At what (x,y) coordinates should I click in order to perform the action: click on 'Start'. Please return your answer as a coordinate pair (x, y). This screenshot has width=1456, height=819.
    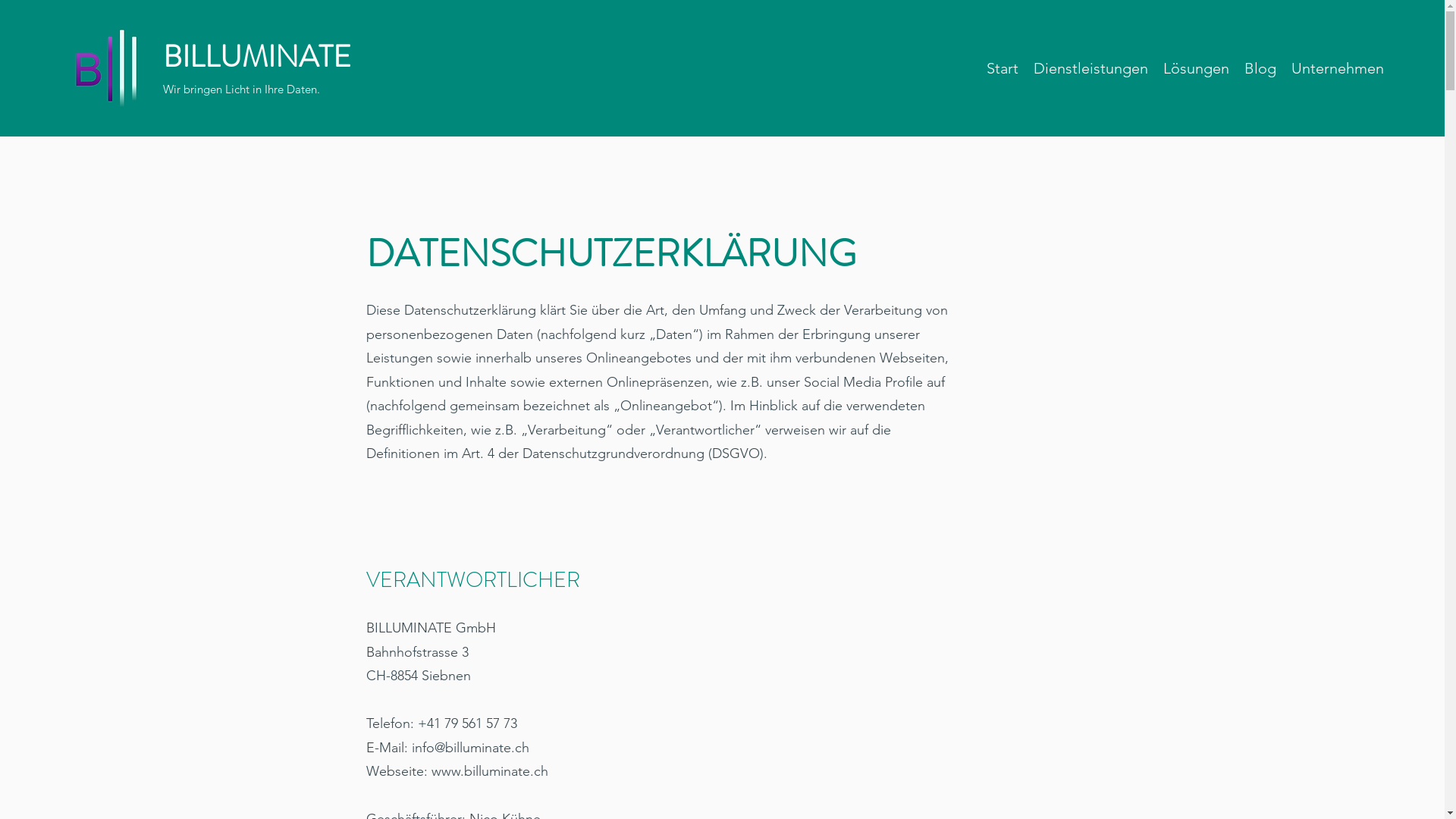
    Looking at the image, I should click on (1002, 67).